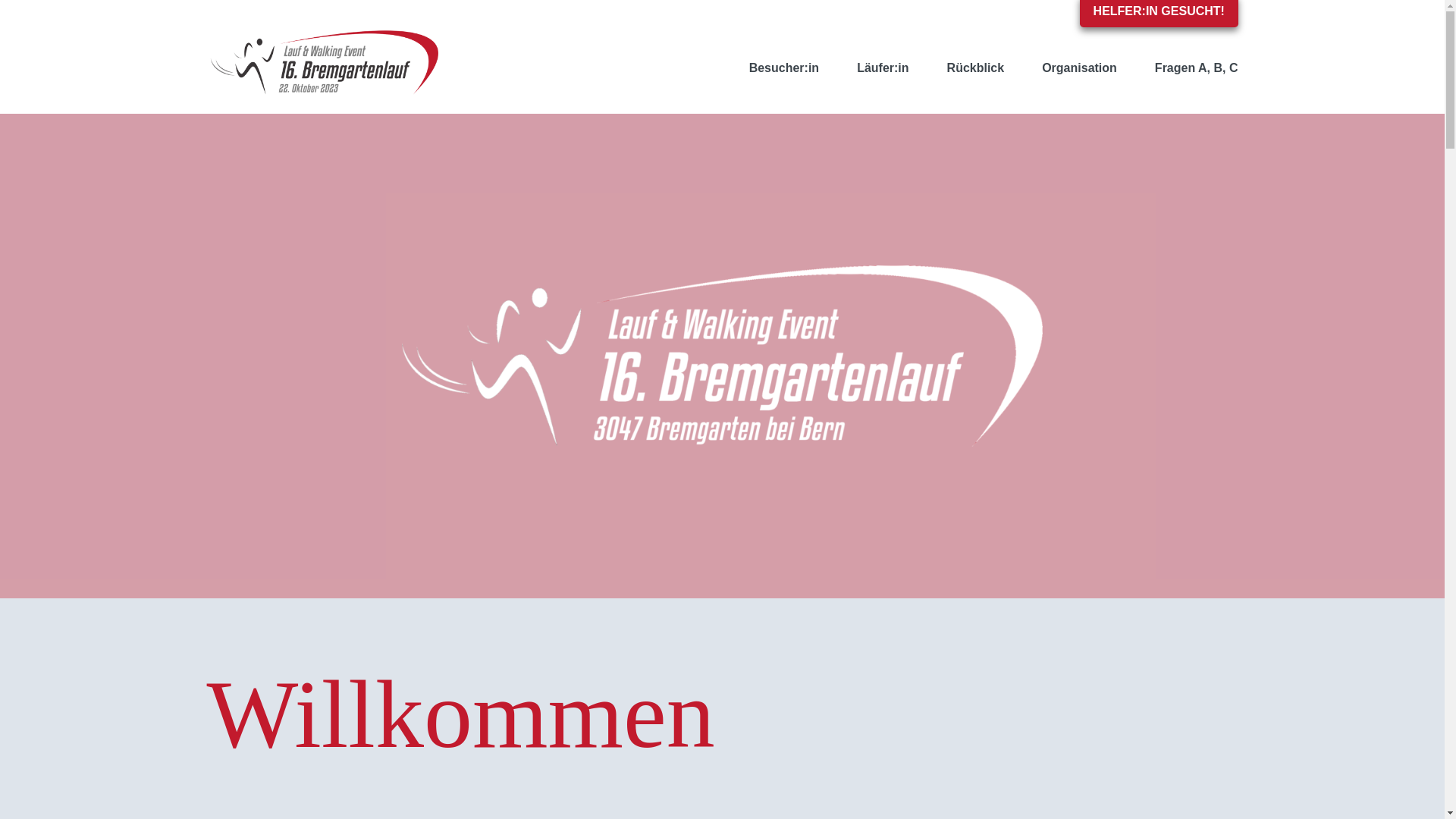  Describe the element at coordinates (1135, 67) in the screenshot. I see `'Fragen A, B, C'` at that location.